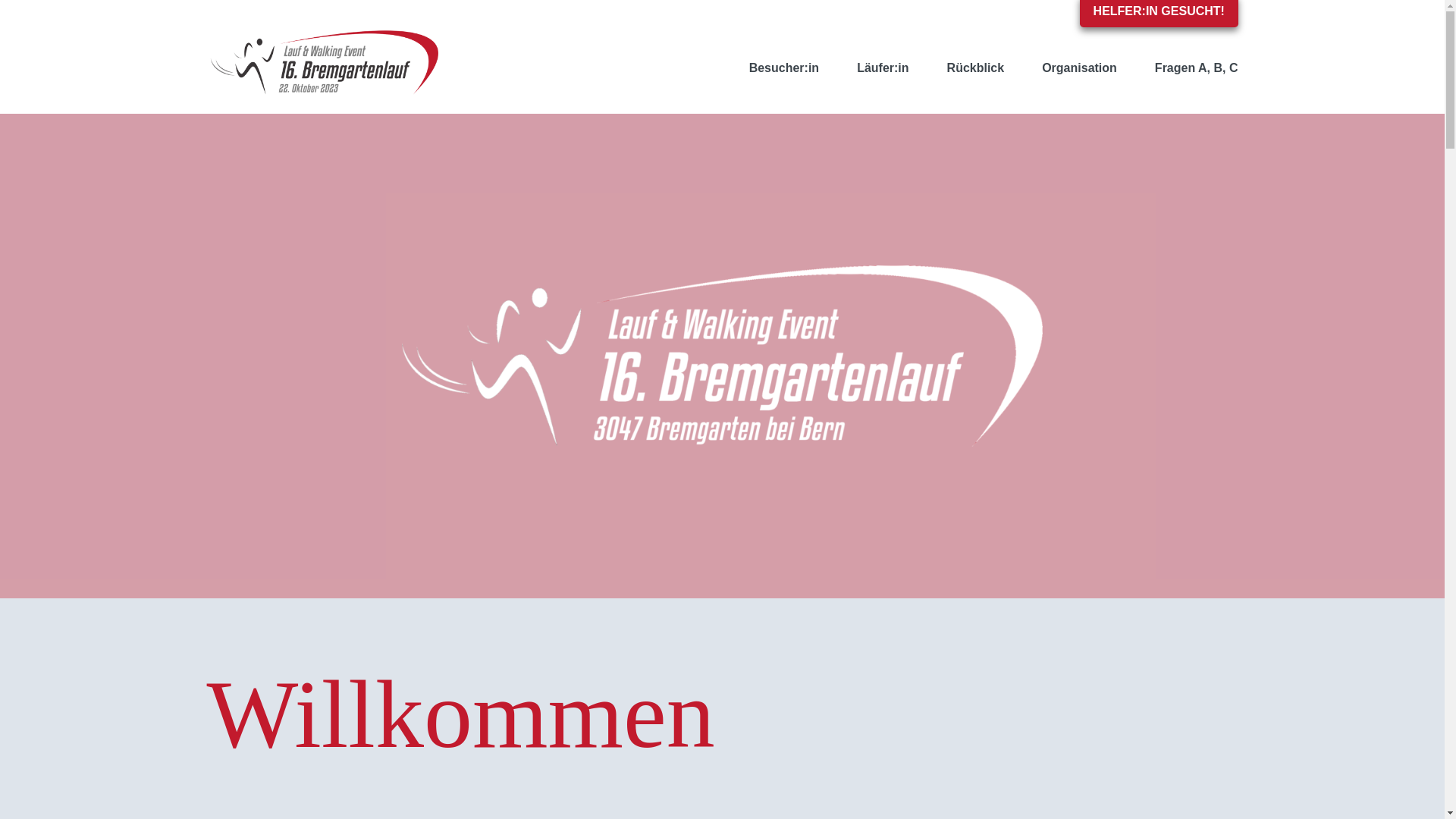  Describe the element at coordinates (1135, 67) in the screenshot. I see `'Fragen A, B, C'` at that location.